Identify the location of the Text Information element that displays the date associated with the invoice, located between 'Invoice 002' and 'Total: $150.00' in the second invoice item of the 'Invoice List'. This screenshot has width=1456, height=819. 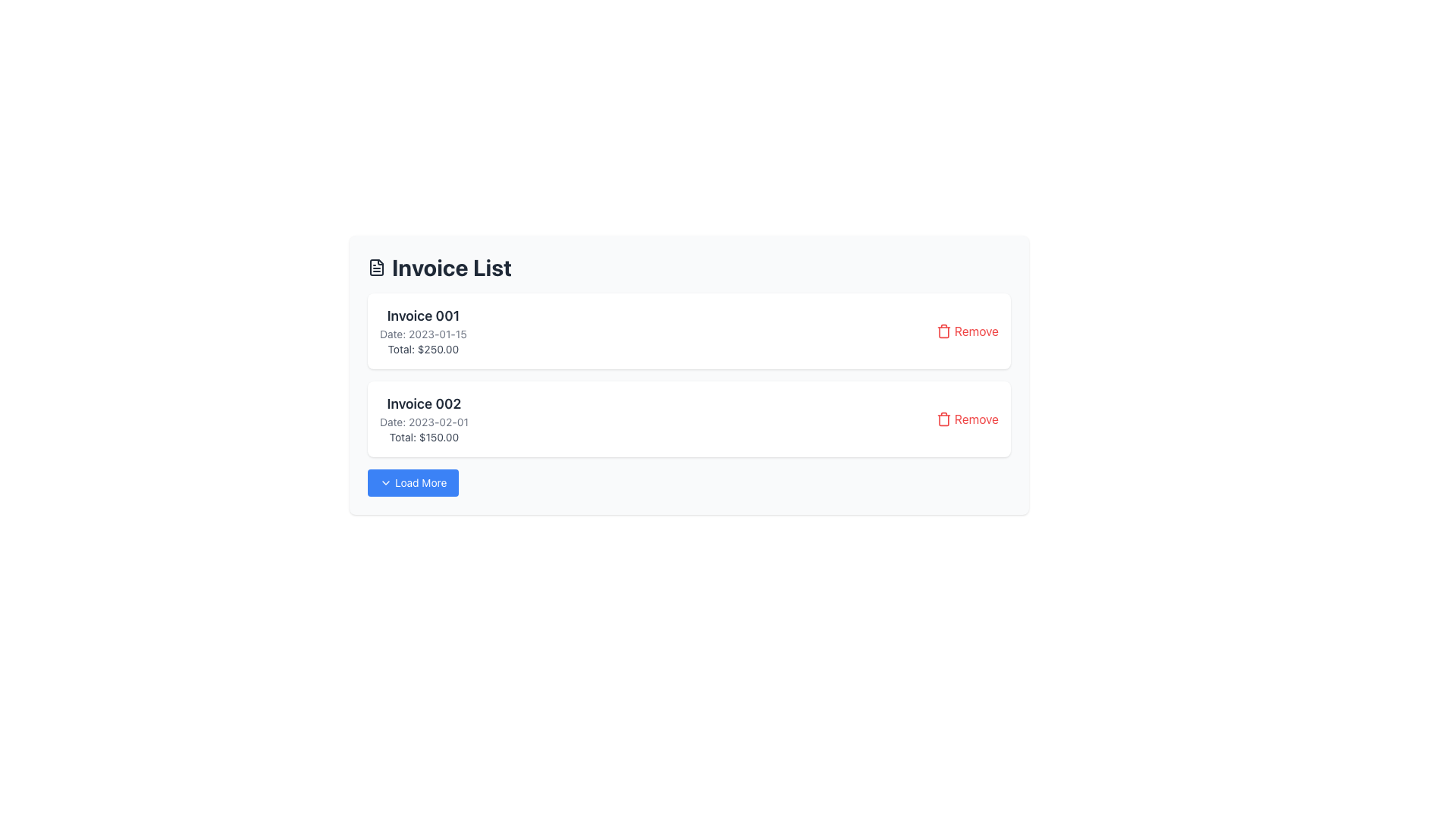
(424, 422).